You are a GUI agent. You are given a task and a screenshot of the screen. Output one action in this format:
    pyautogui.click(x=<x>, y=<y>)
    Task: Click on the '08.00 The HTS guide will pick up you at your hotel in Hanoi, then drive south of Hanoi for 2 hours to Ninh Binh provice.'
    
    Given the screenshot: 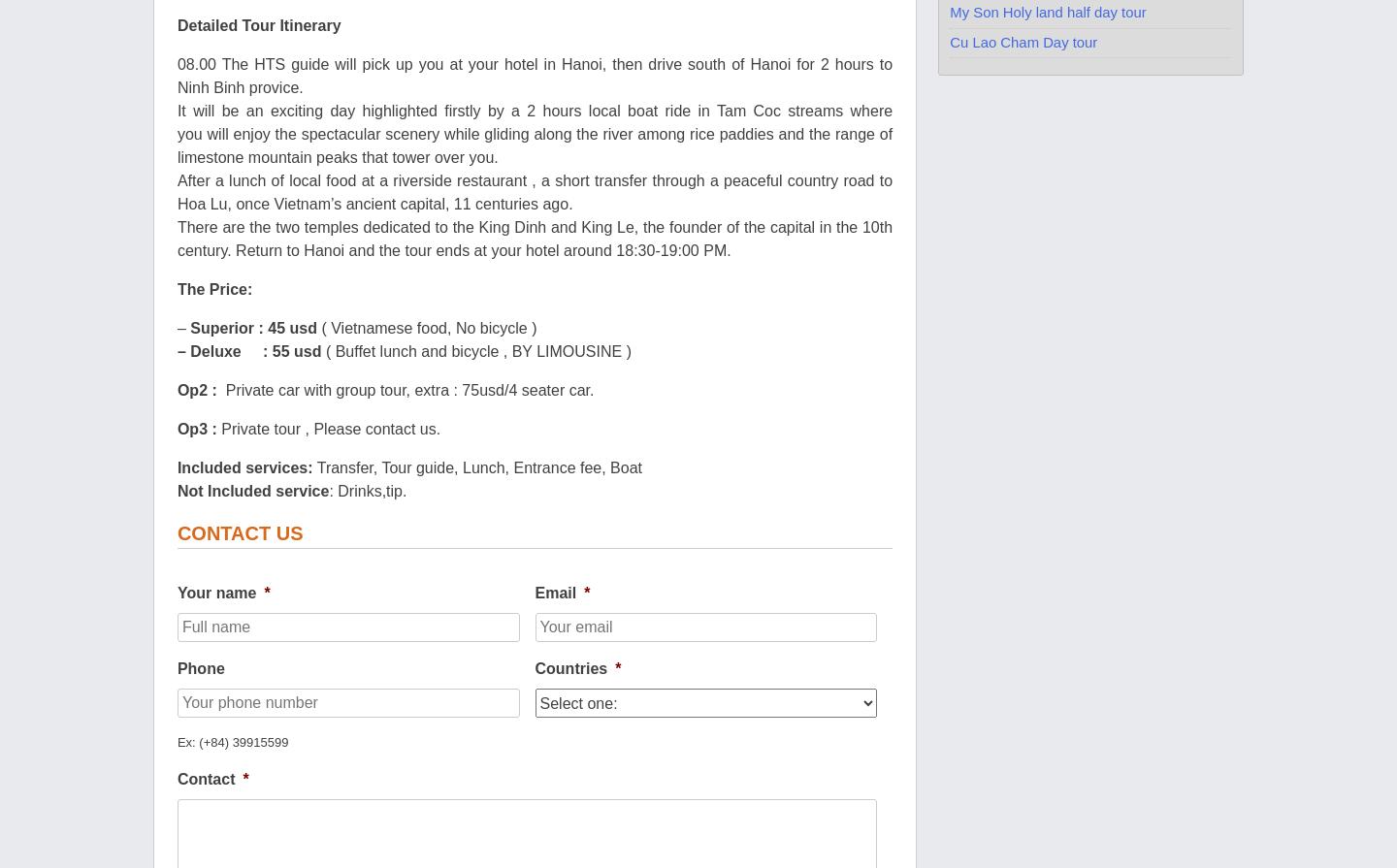 What is the action you would take?
    pyautogui.click(x=534, y=76)
    